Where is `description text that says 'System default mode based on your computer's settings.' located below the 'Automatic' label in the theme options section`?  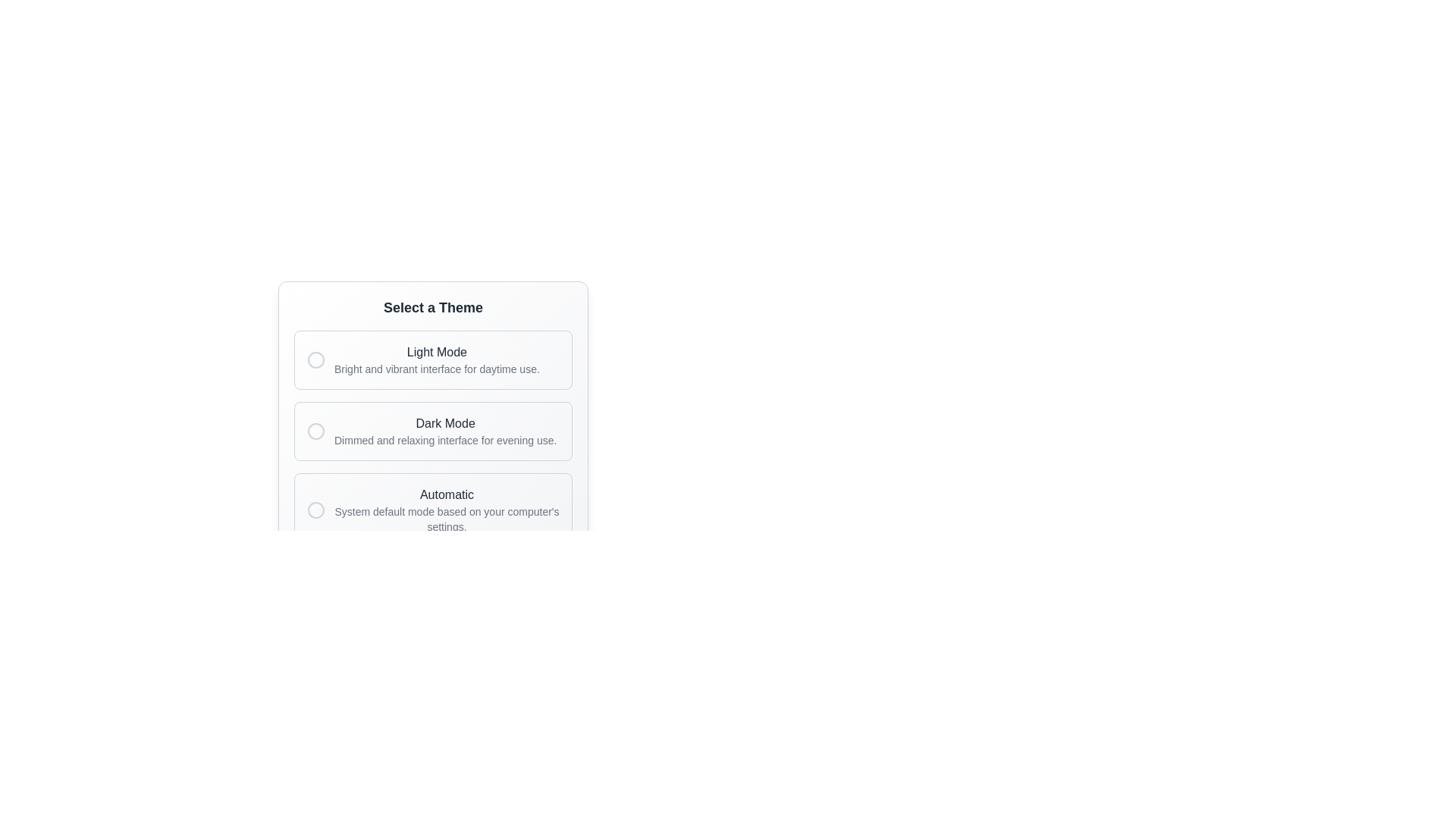
description text that says 'System default mode based on your computer's settings.' located below the 'Automatic' label in the theme options section is located at coordinates (446, 519).